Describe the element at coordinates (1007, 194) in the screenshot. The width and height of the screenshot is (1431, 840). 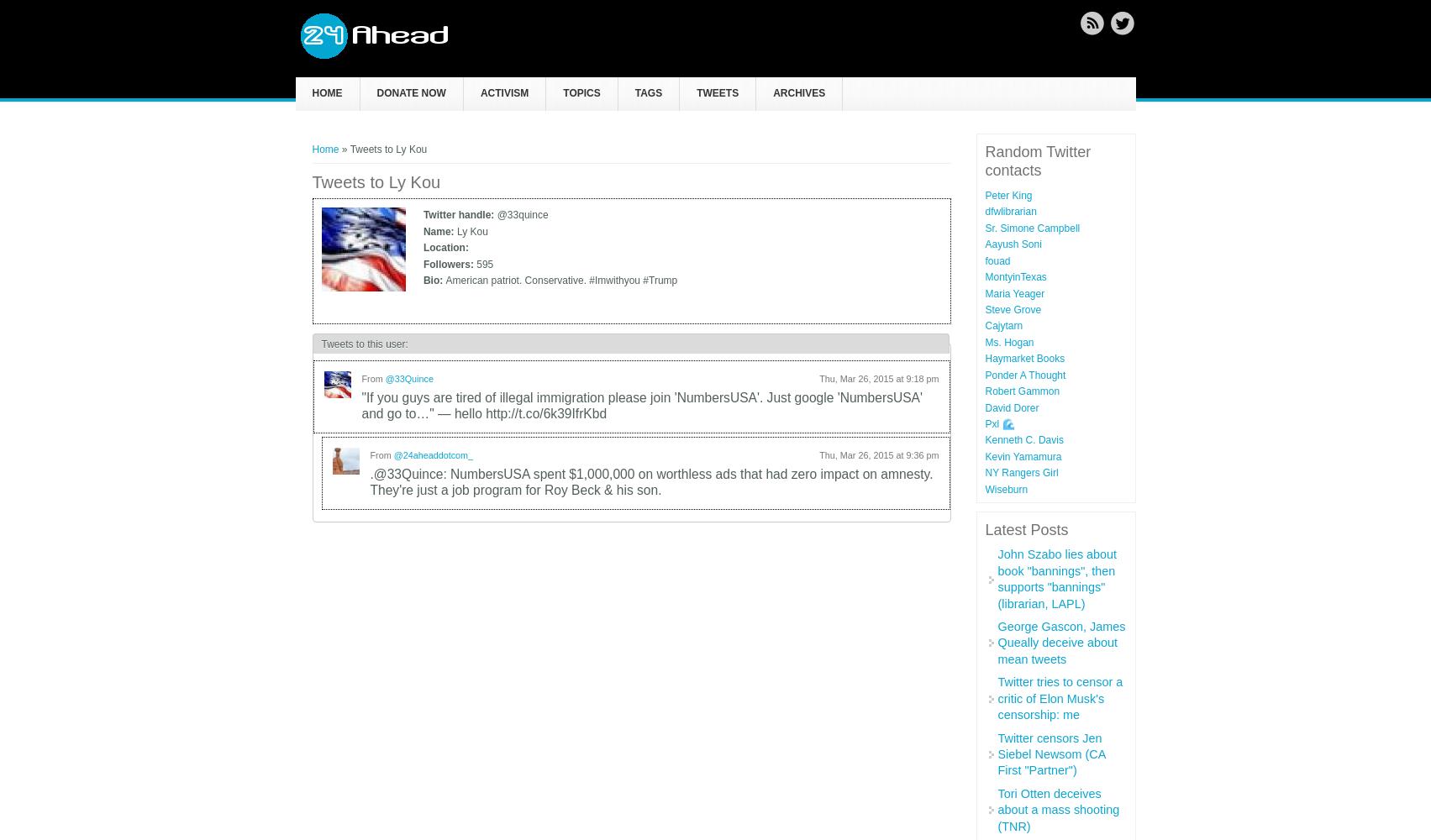
I see `'Peter King'` at that location.